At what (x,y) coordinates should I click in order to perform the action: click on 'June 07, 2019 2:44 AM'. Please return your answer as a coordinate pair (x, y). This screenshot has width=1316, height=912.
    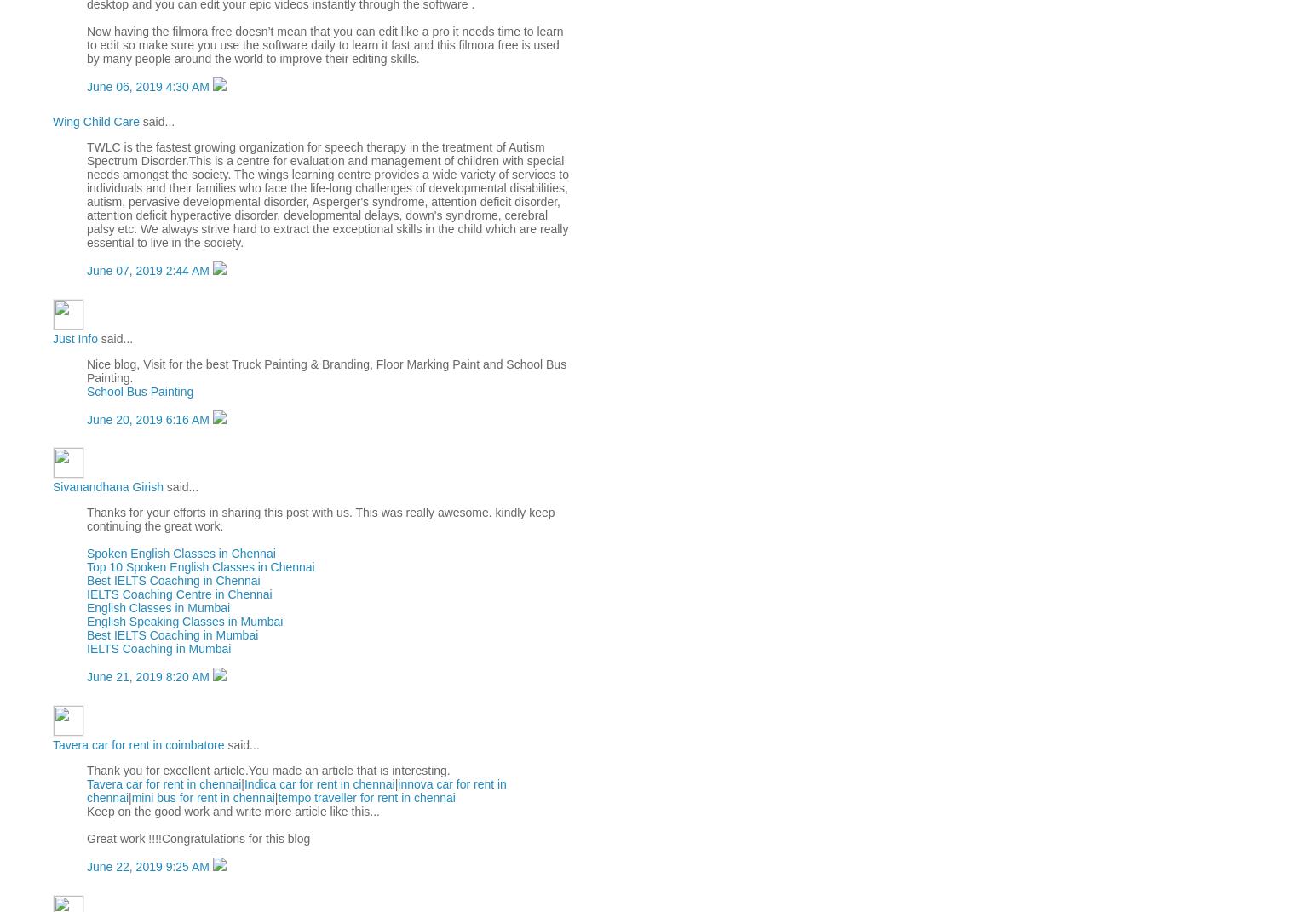
    Looking at the image, I should click on (85, 269).